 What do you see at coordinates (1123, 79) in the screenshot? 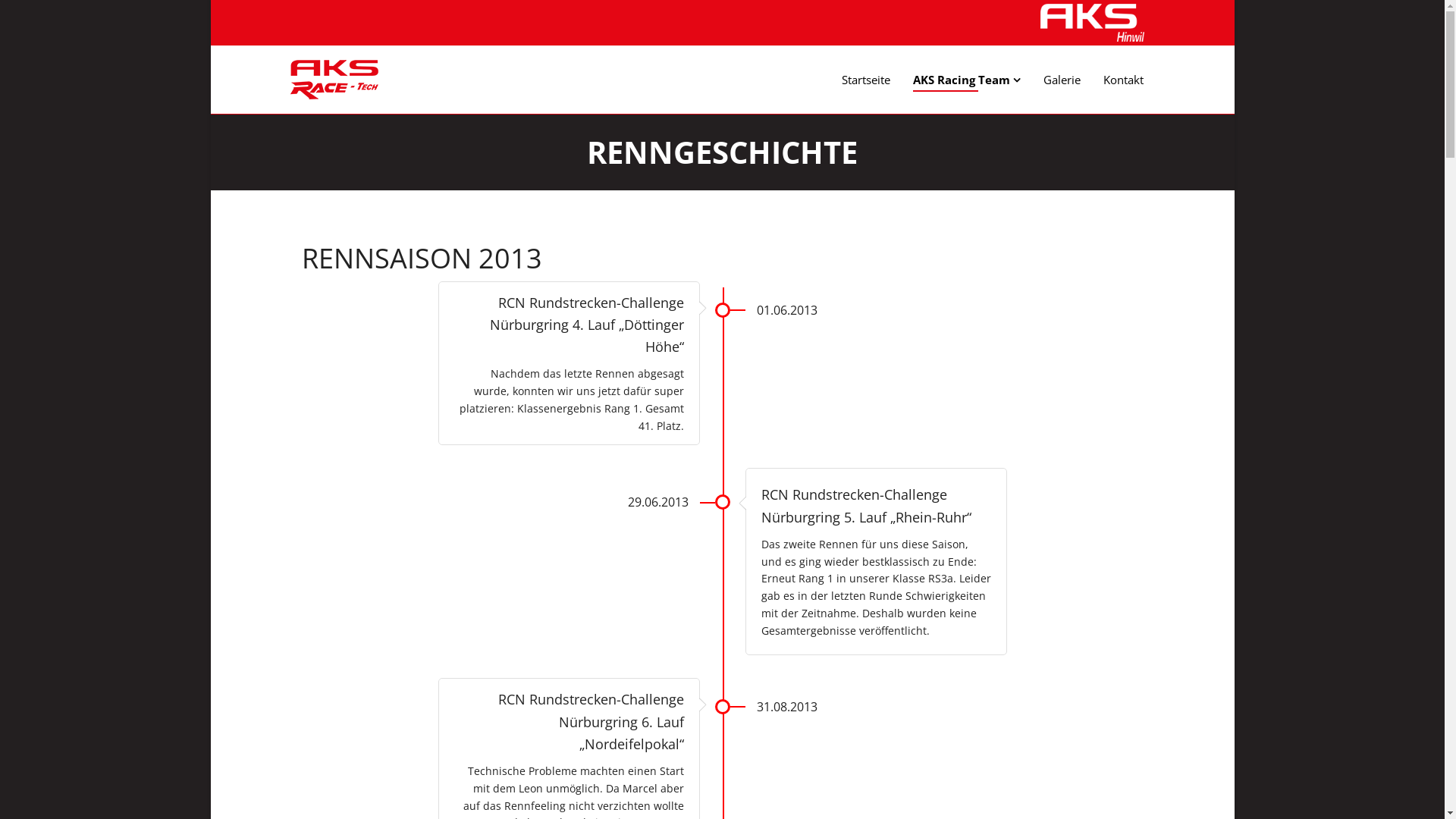
I see `'Kontakt'` at bounding box center [1123, 79].